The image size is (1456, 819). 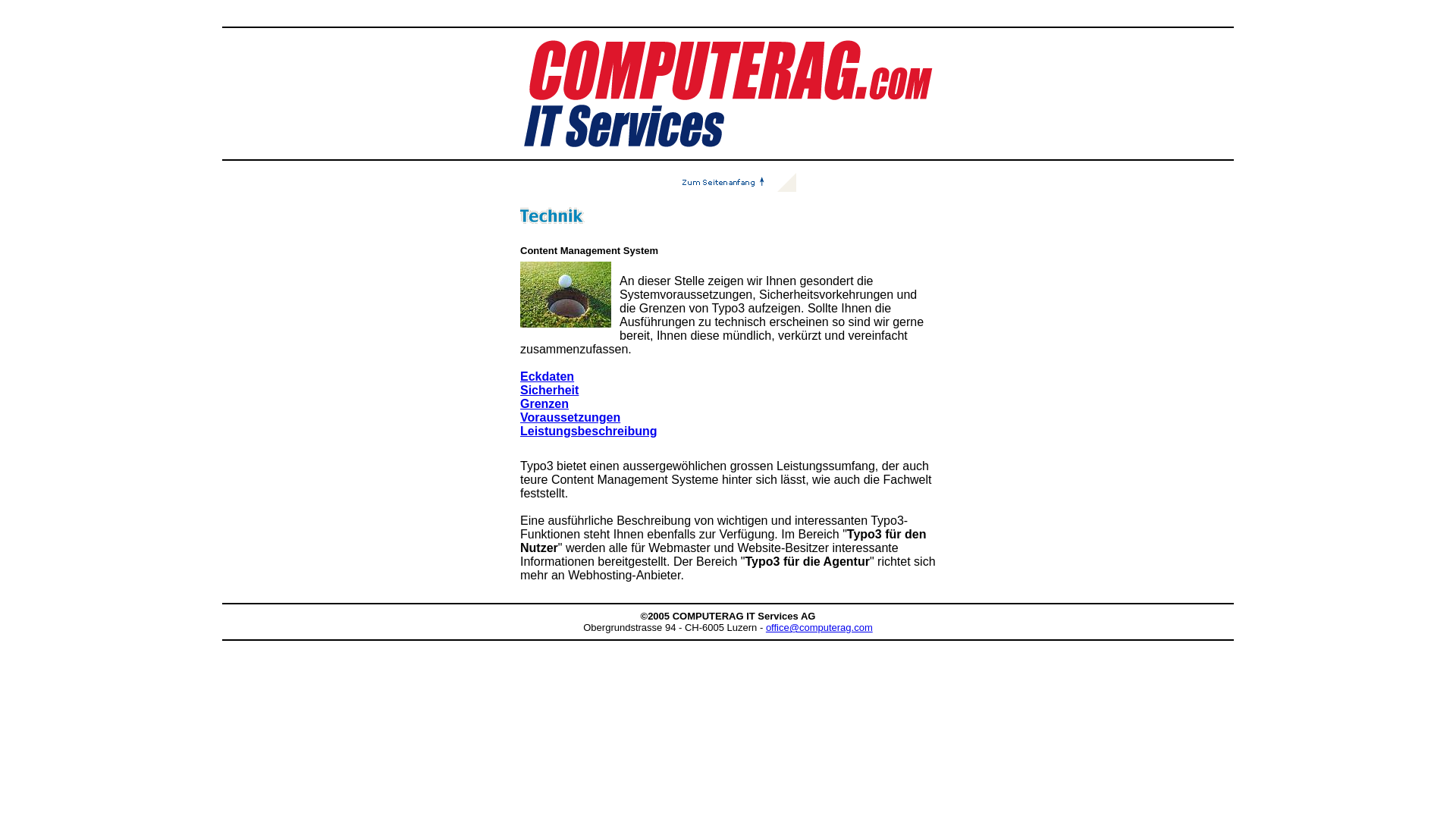 I want to click on 'Eckdaten', so click(x=546, y=375).